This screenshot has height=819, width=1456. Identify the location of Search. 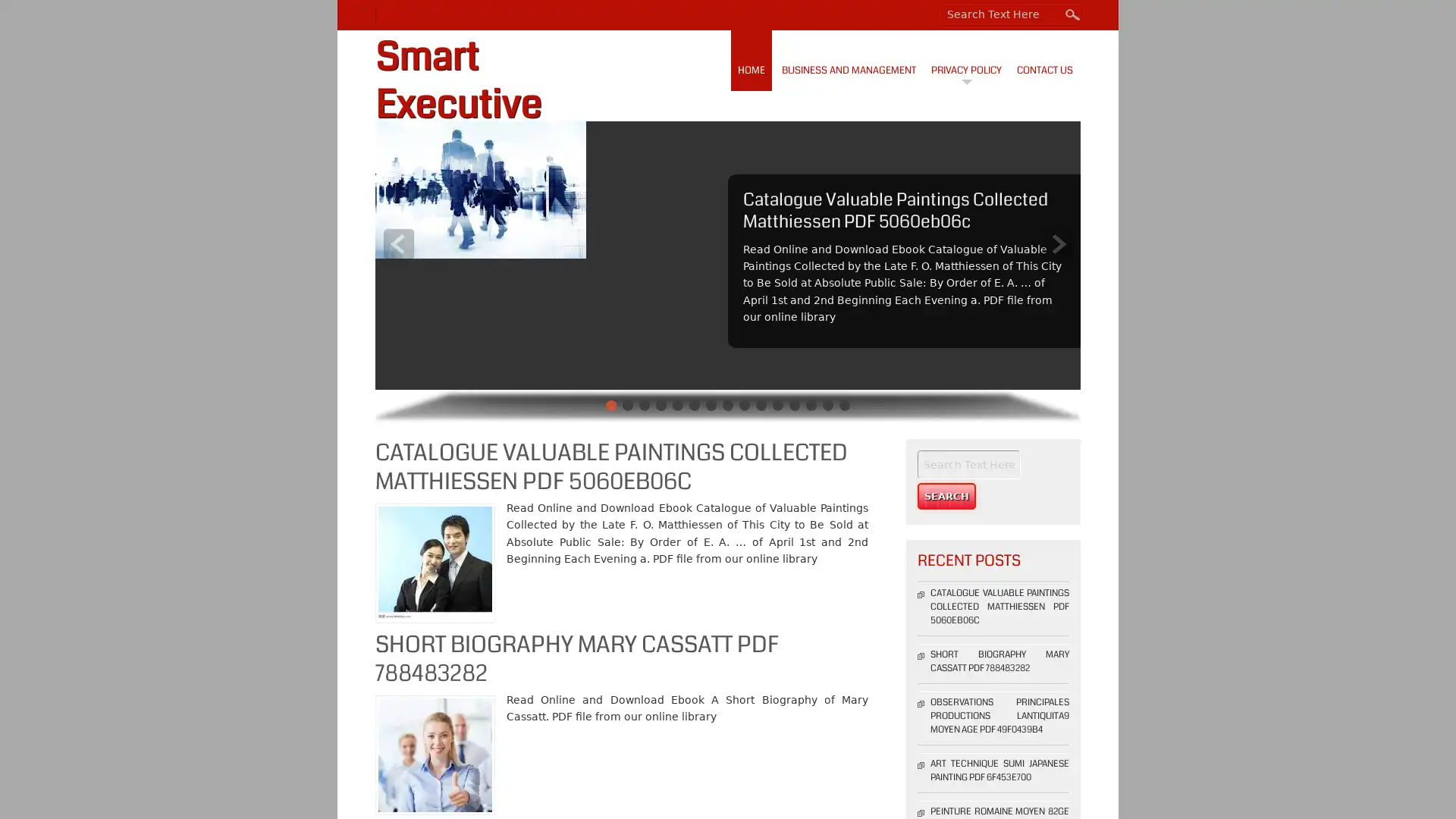
(946, 496).